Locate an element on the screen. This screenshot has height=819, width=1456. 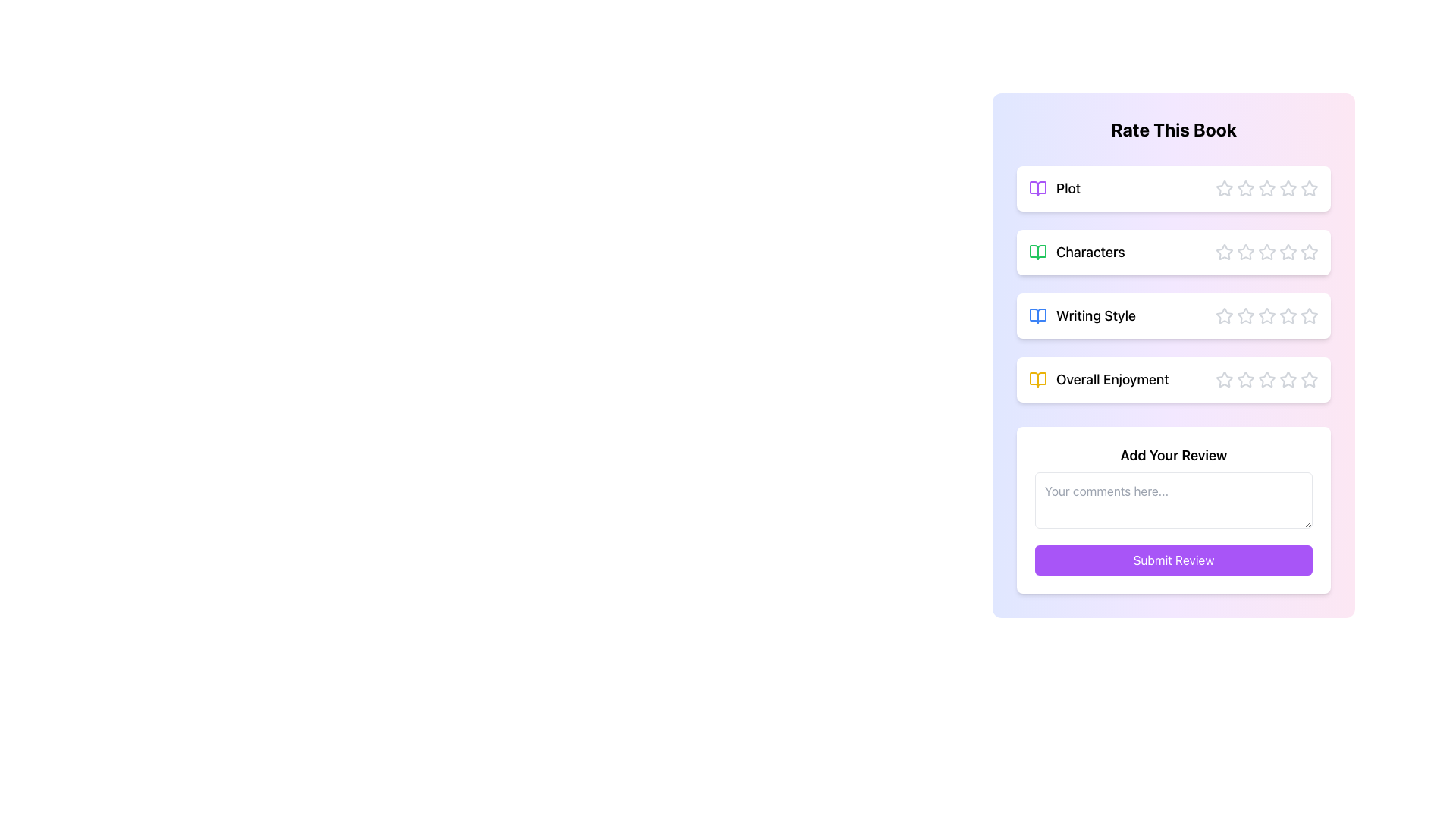
the second star icon is located at coordinates (1244, 315).